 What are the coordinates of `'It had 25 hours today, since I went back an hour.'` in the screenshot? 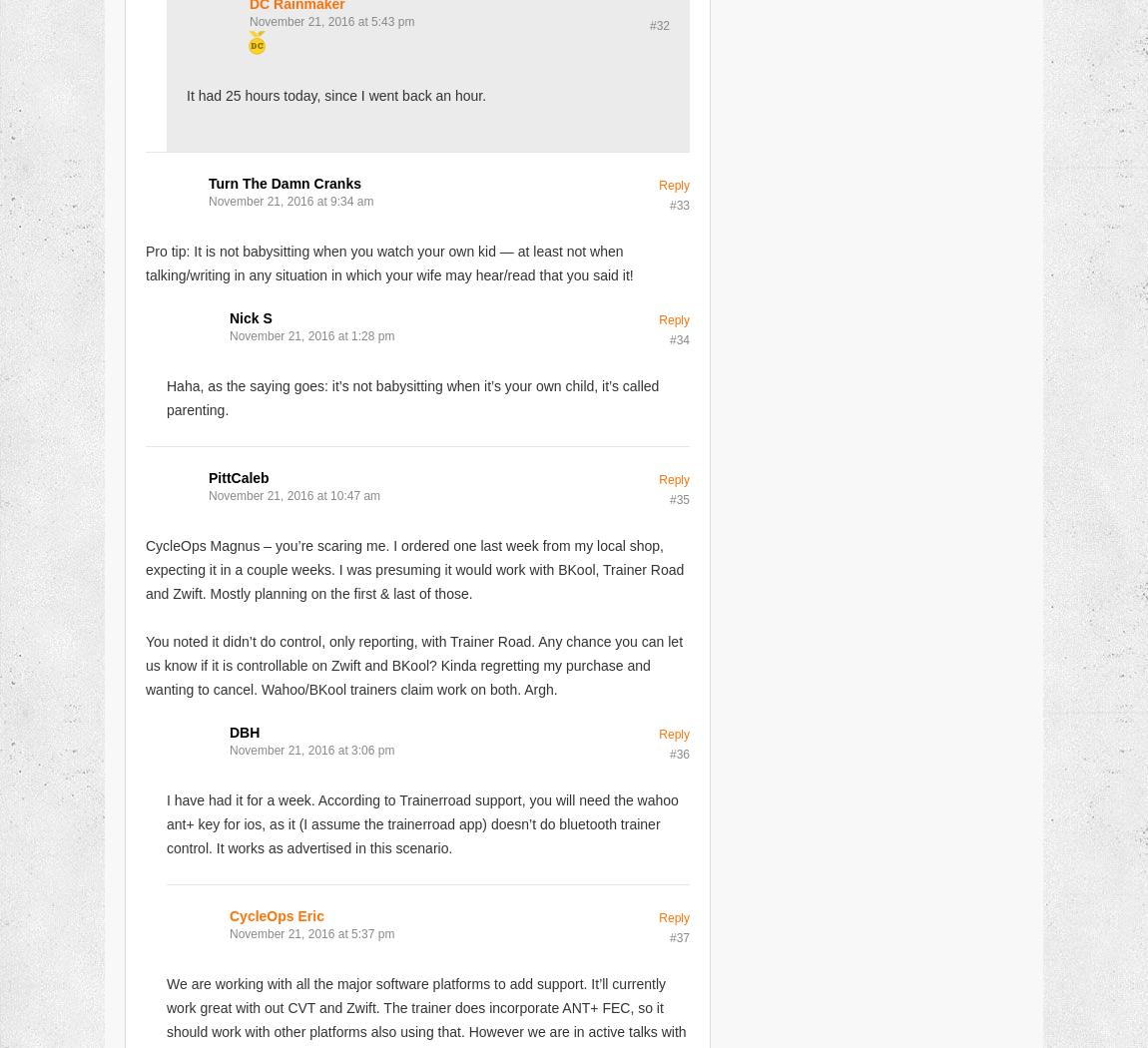 It's located at (335, 95).